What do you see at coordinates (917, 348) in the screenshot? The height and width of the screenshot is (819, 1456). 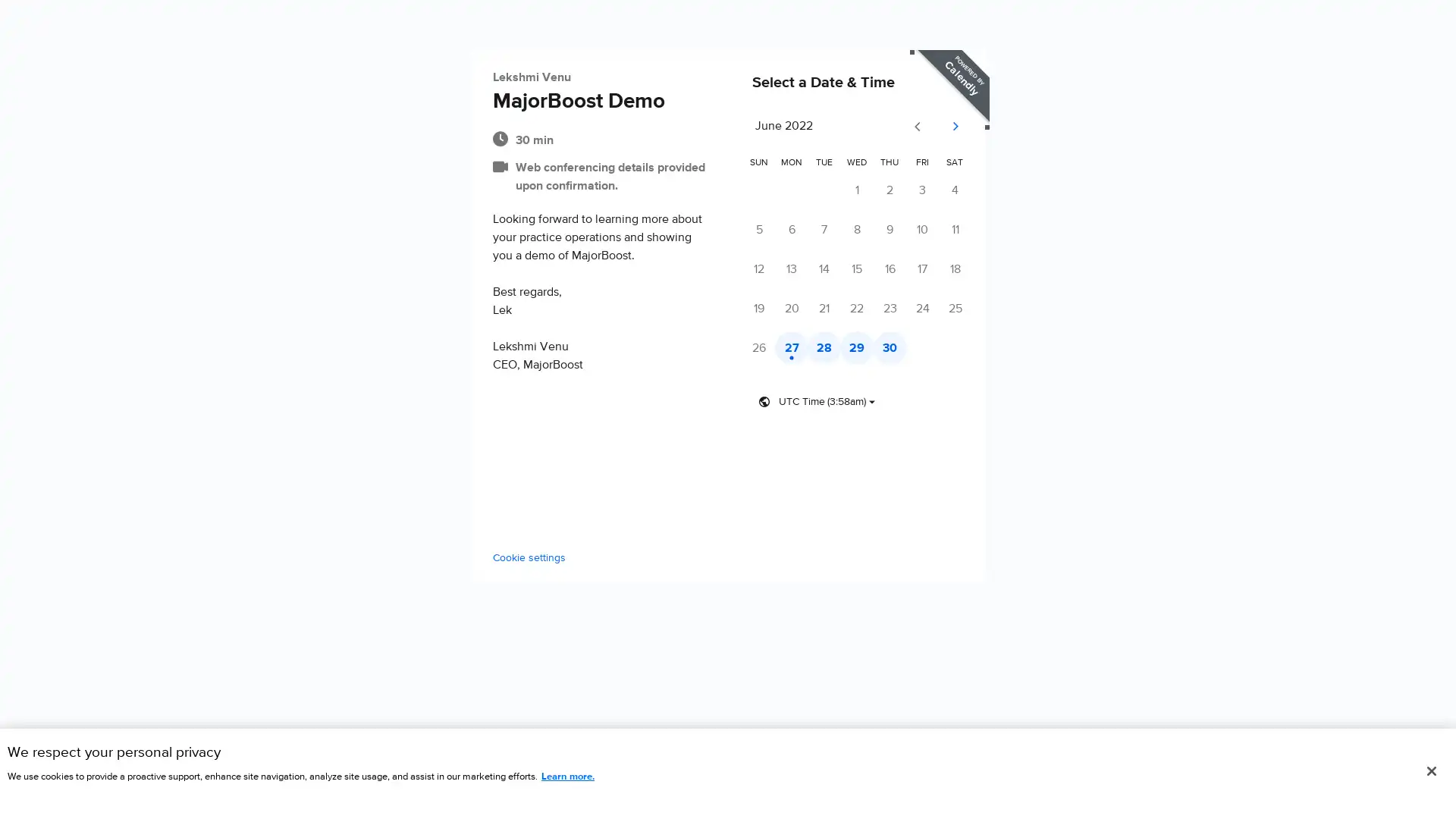 I see `Thursday, June 30 - Times available` at bounding box center [917, 348].